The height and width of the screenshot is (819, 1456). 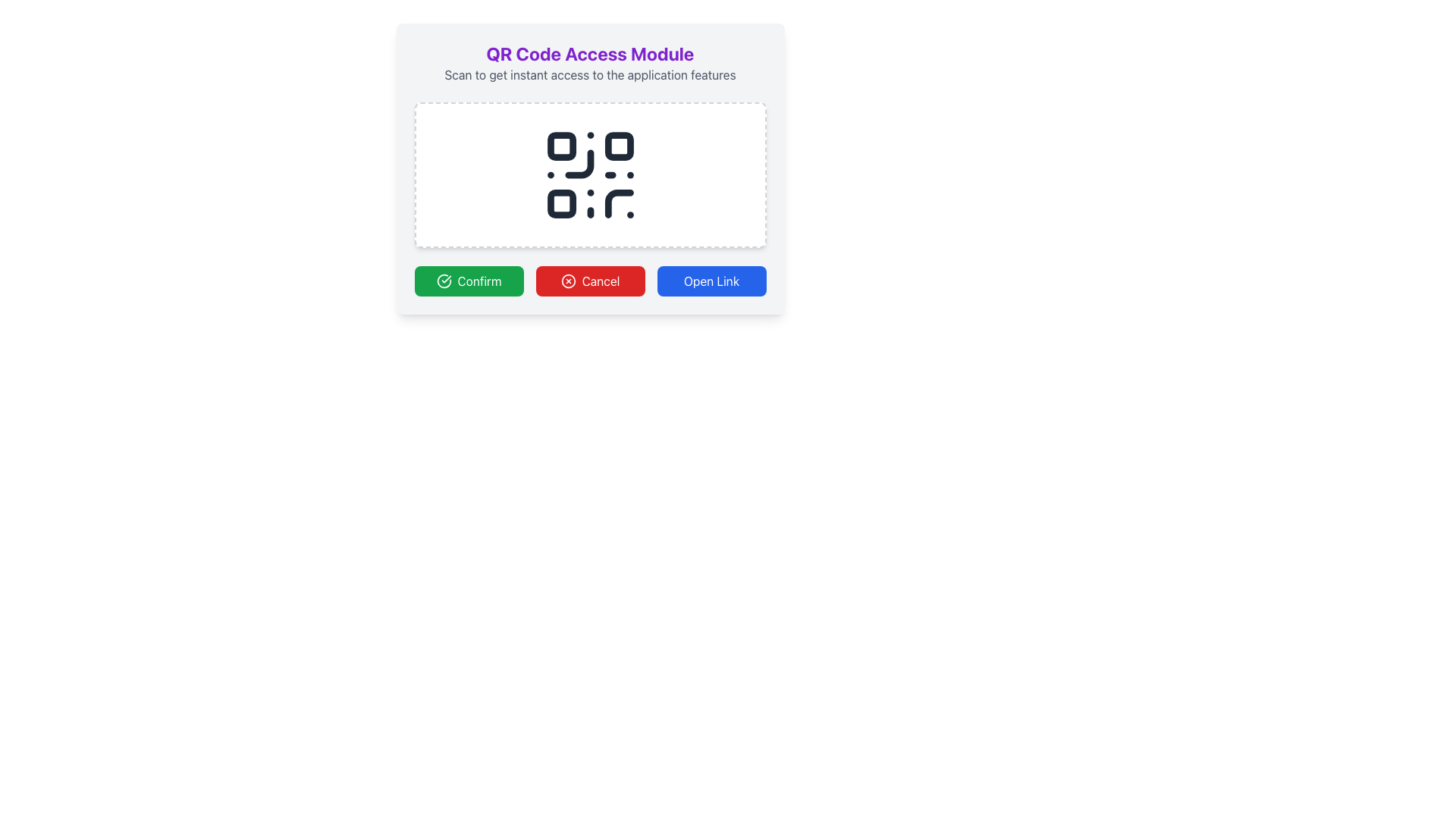 What do you see at coordinates (589, 52) in the screenshot?
I see `the header text element labeled 'QR Code Access Module', which serves as the title for the module` at bounding box center [589, 52].